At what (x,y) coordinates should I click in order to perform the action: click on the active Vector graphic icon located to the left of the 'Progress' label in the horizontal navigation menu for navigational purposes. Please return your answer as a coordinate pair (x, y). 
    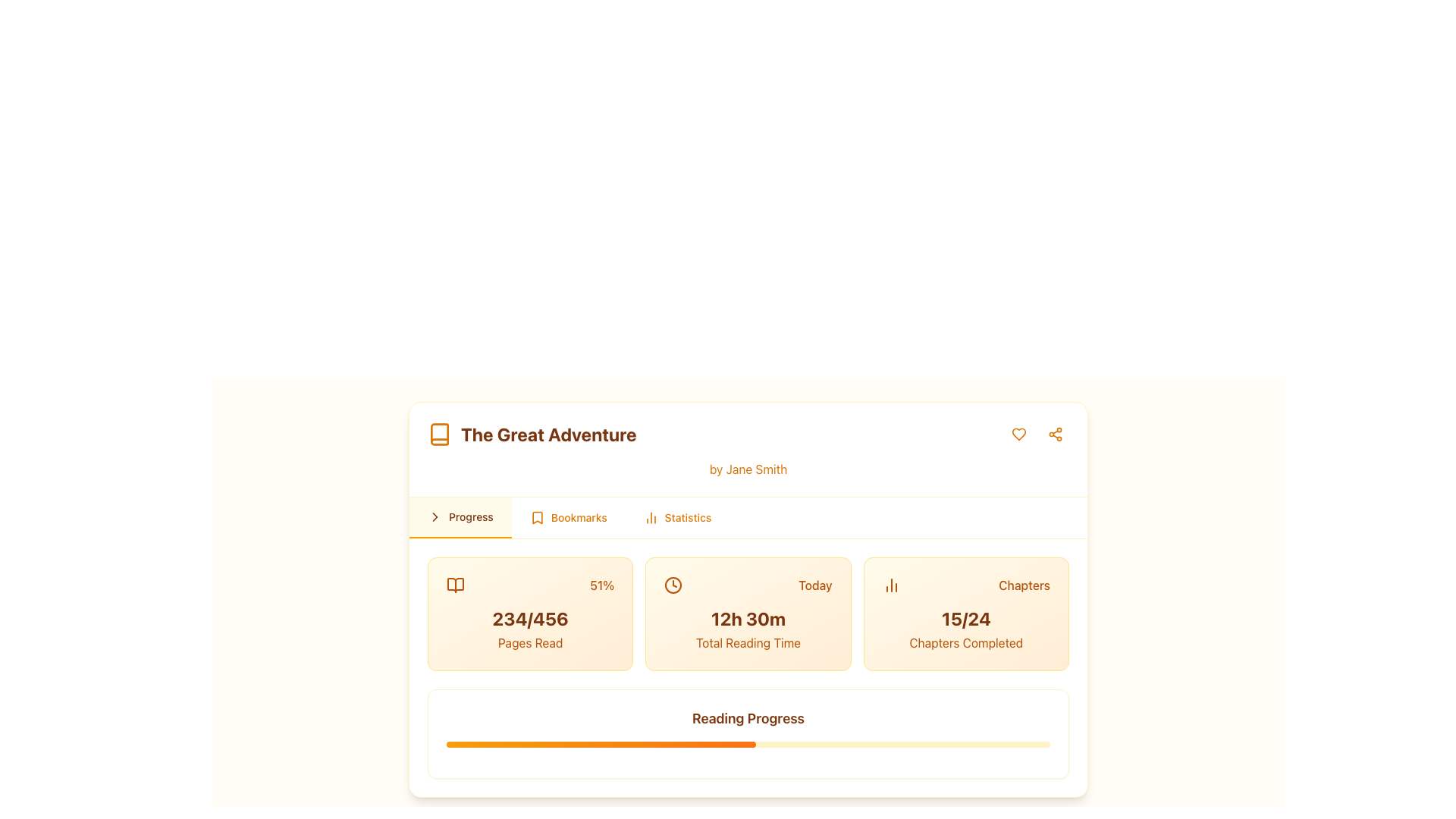
    Looking at the image, I should click on (435, 516).